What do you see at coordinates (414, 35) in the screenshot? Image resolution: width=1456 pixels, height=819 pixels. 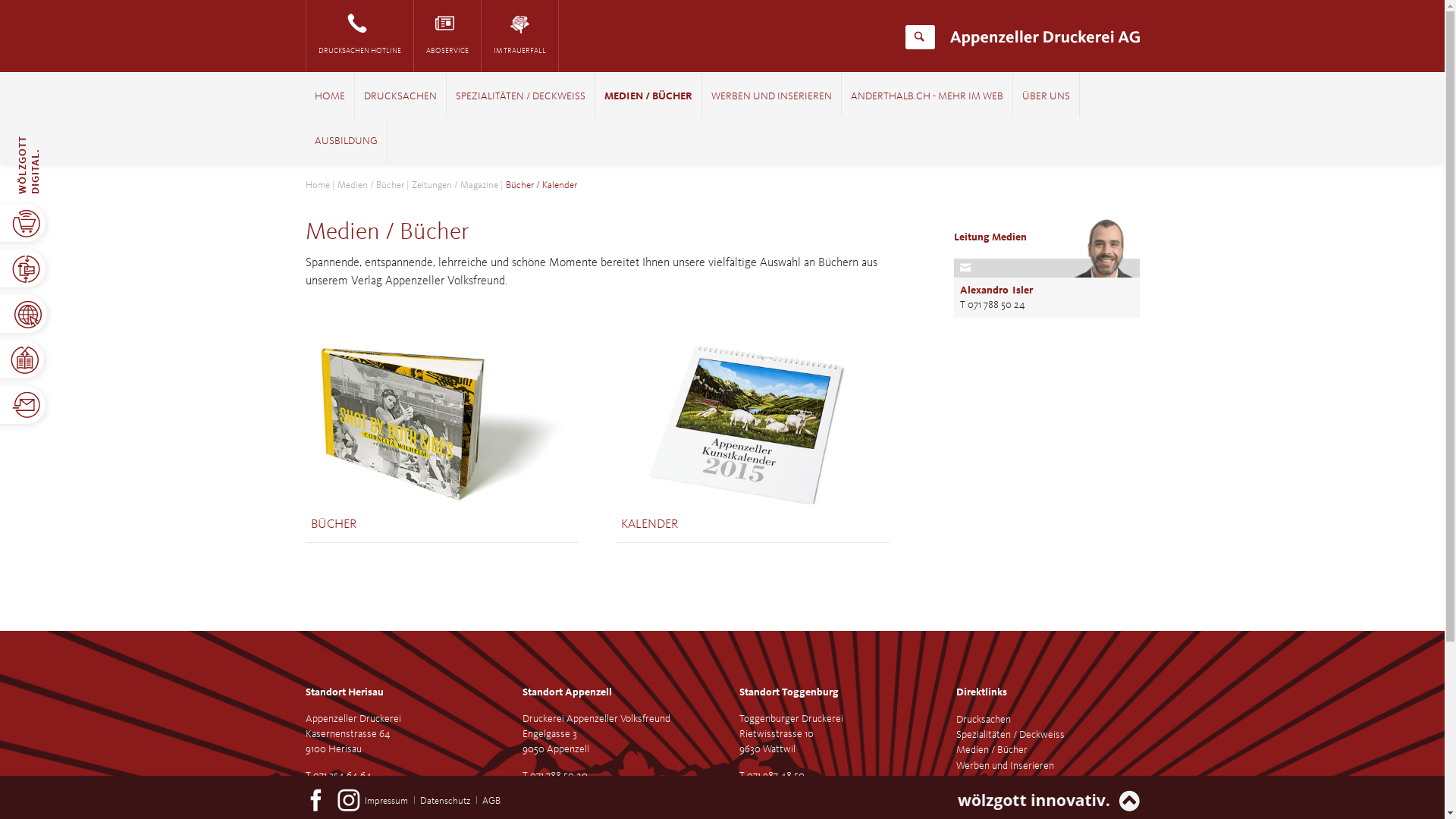 I see `'ABOSERVICE'` at bounding box center [414, 35].